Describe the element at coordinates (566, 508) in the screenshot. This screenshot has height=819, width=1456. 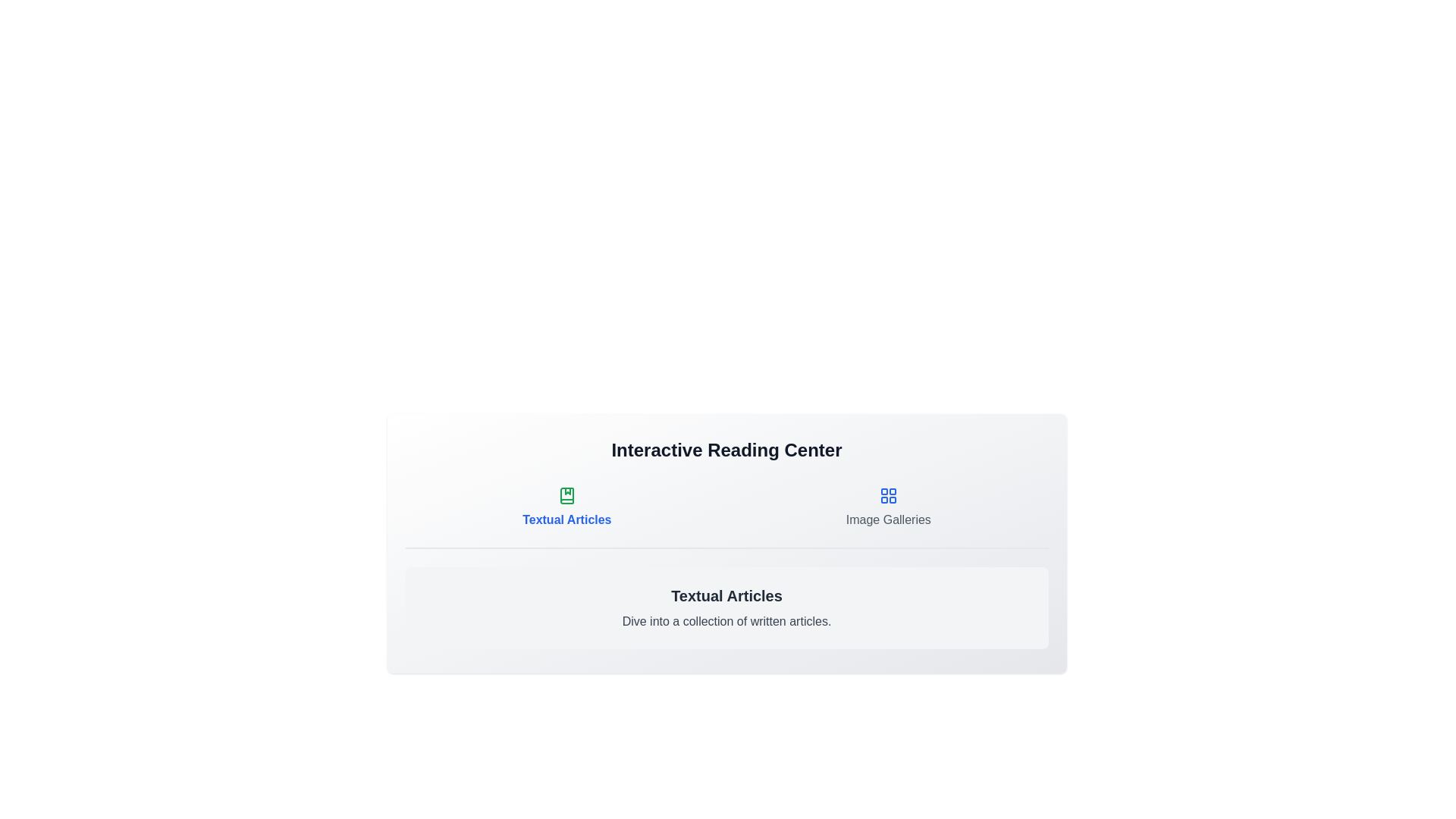
I see `the tab corresponding to Textual Articles` at that location.